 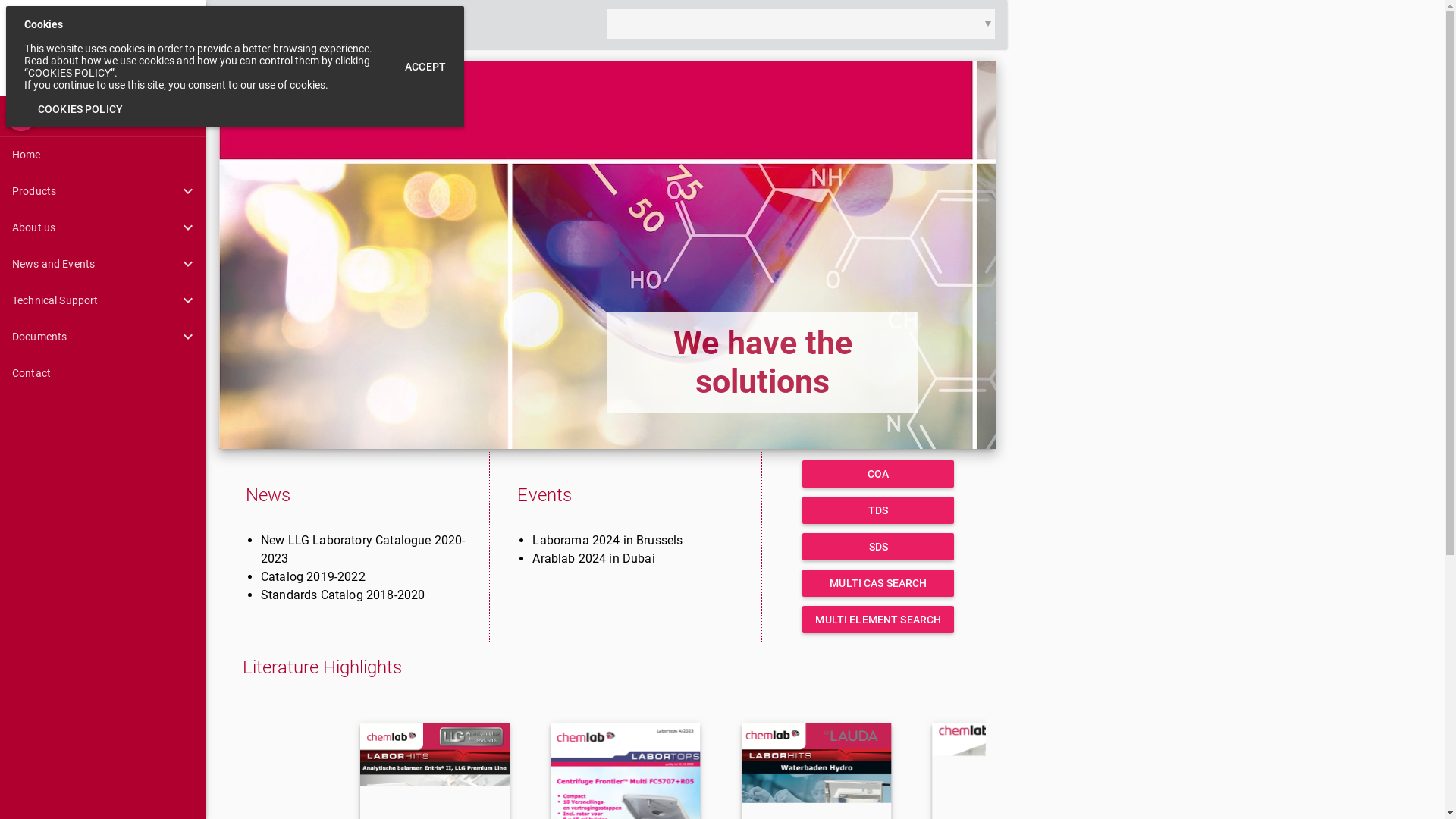 I want to click on 'ACCEPT', so click(x=425, y=66).